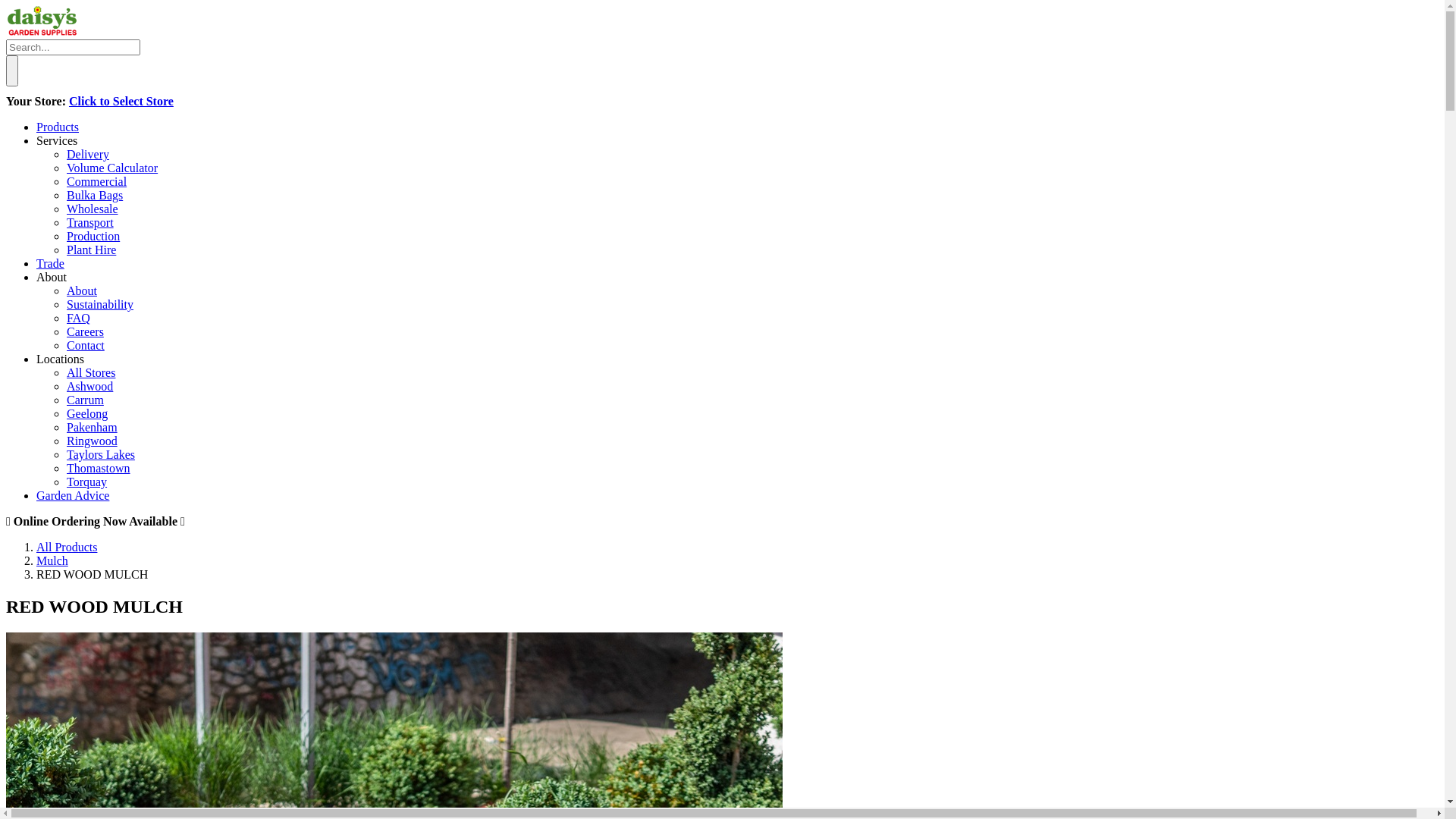 The height and width of the screenshot is (819, 1456). Describe the element at coordinates (51, 277) in the screenshot. I see `'About'` at that location.